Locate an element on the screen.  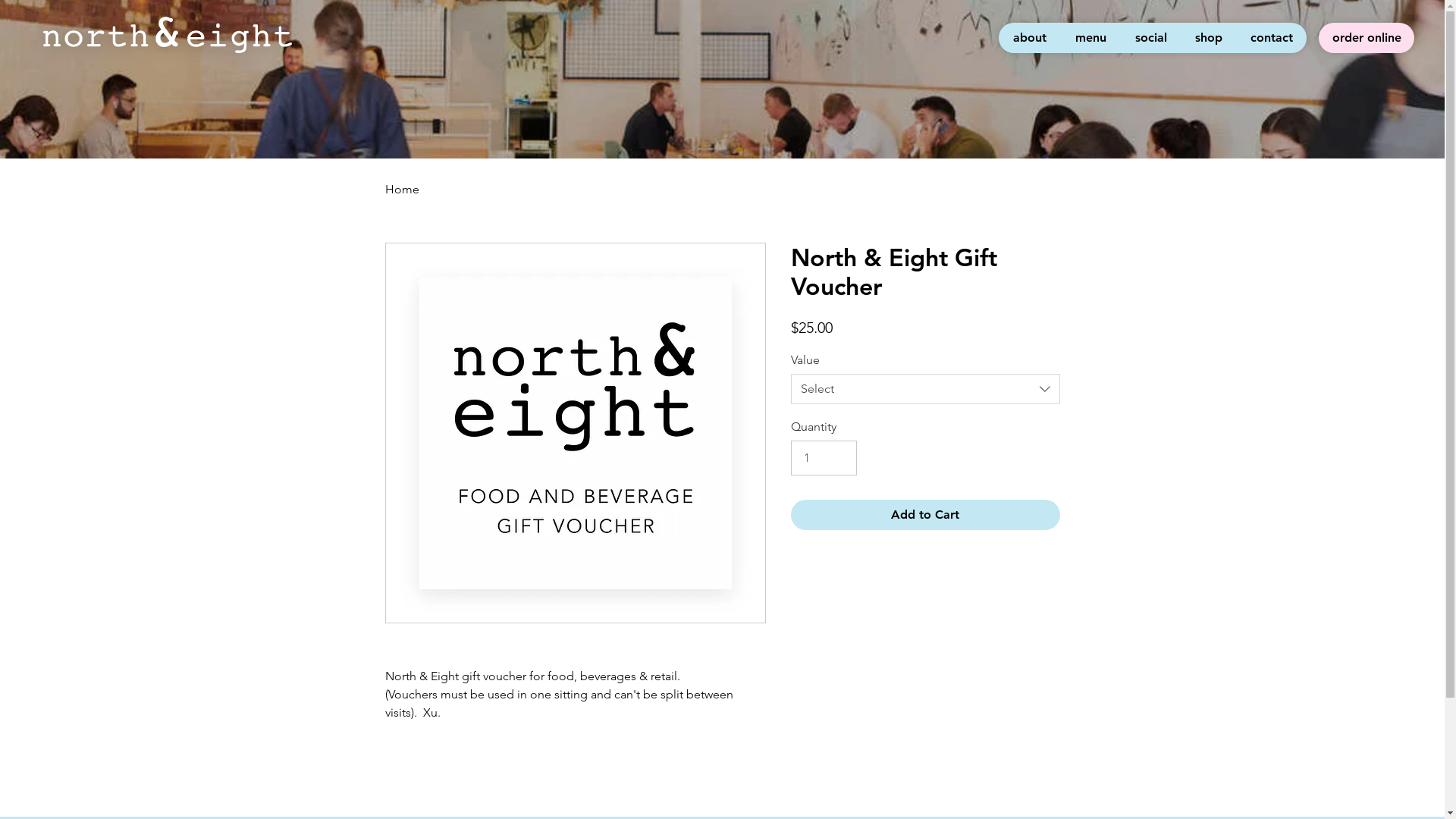
'about' is located at coordinates (998, 37).